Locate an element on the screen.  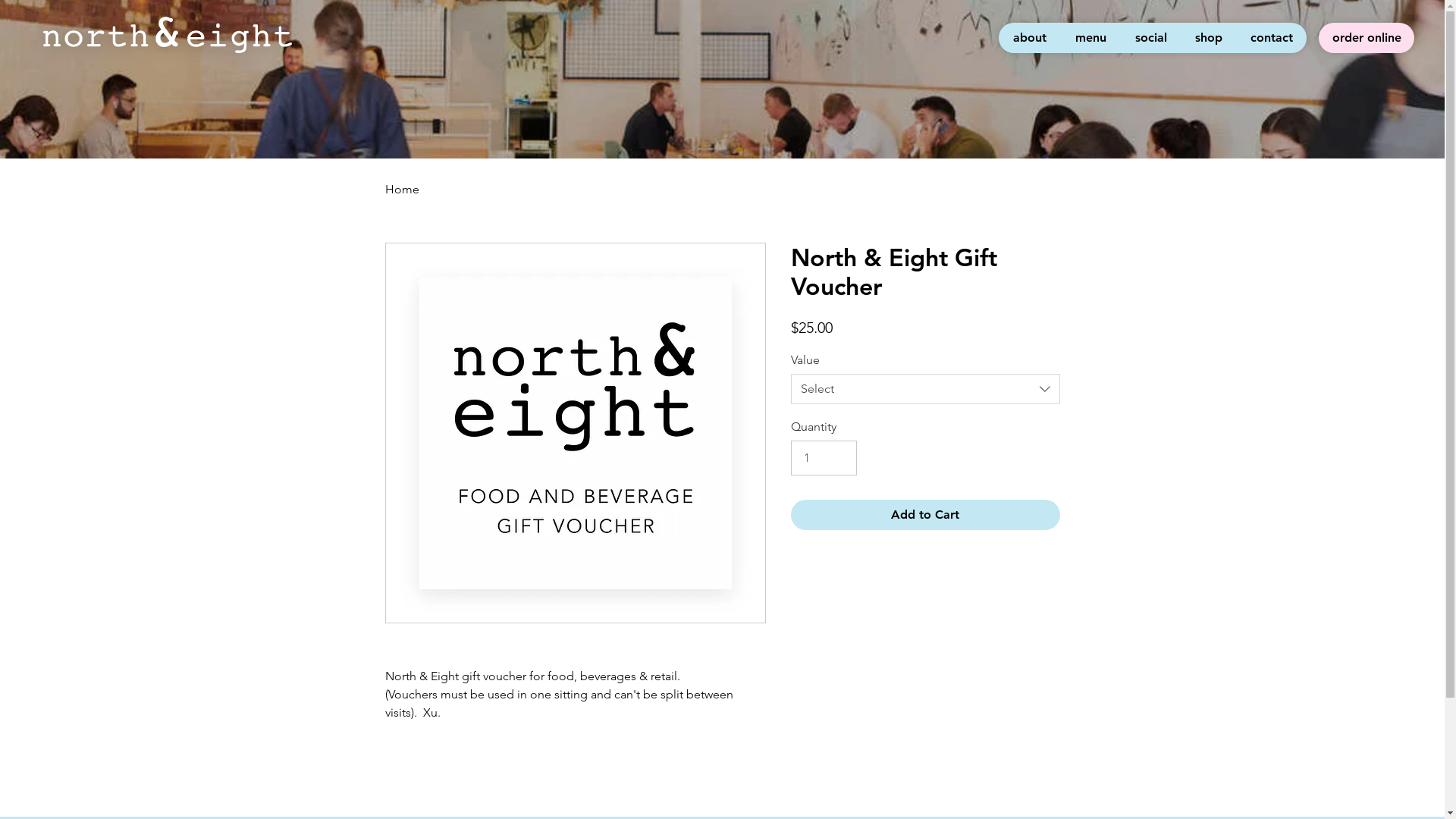
'about' is located at coordinates (998, 37).